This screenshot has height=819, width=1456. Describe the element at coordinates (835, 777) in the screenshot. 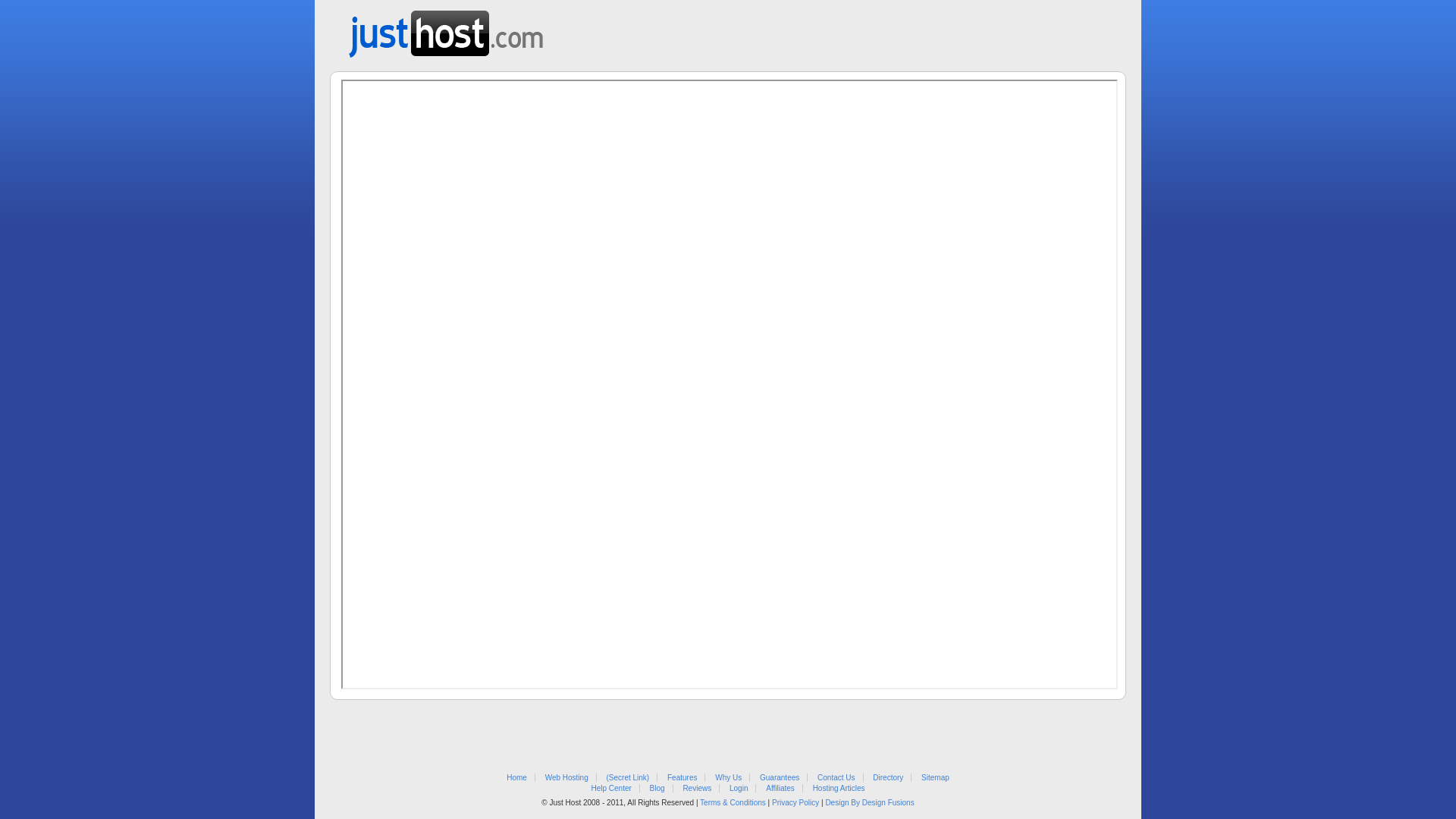

I see `'Contact Us'` at that location.